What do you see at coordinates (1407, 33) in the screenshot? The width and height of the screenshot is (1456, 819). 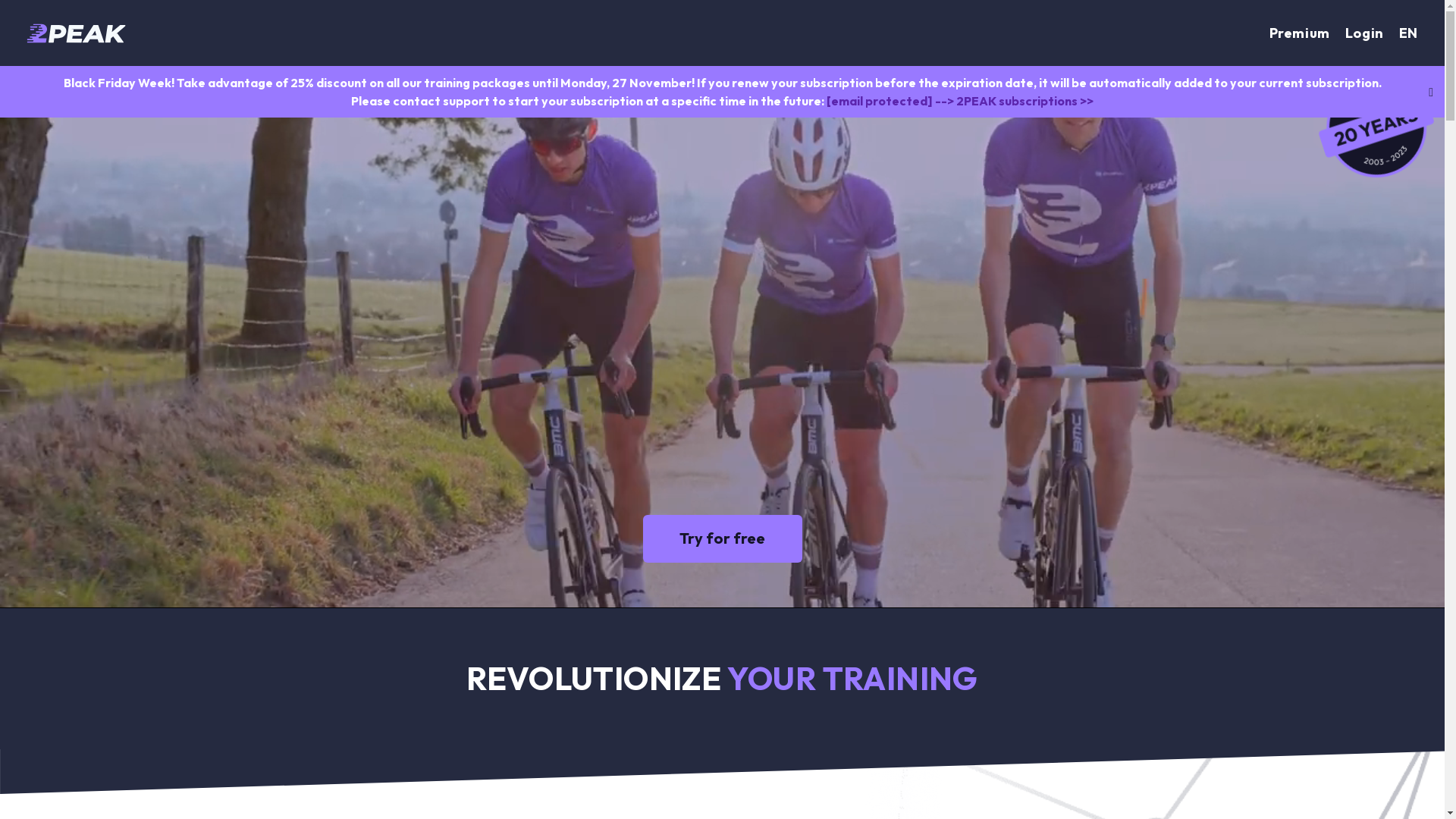 I see `'EN'` at bounding box center [1407, 33].